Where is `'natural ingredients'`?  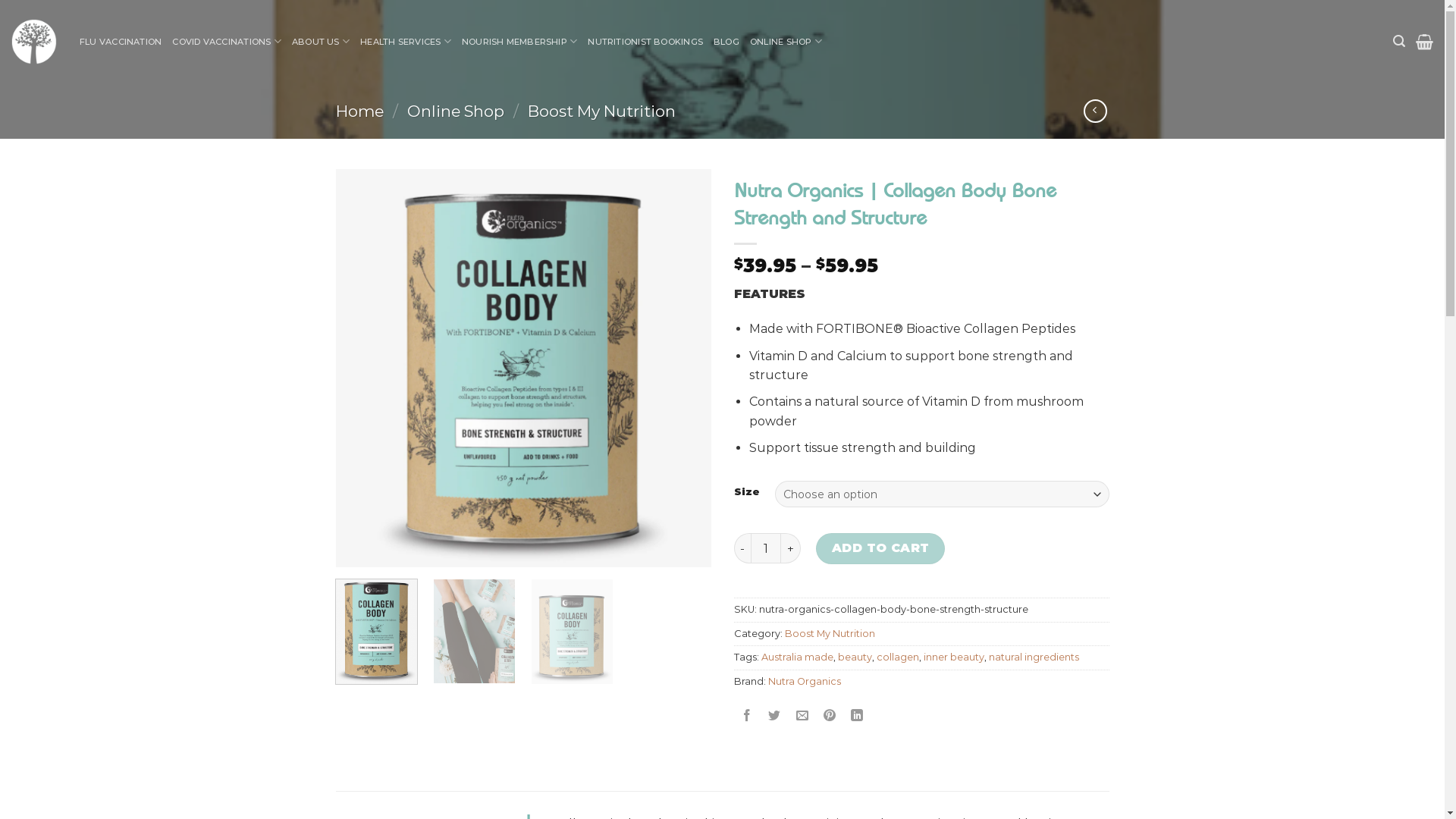
'natural ingredients' is located at coordinates (989, 656).